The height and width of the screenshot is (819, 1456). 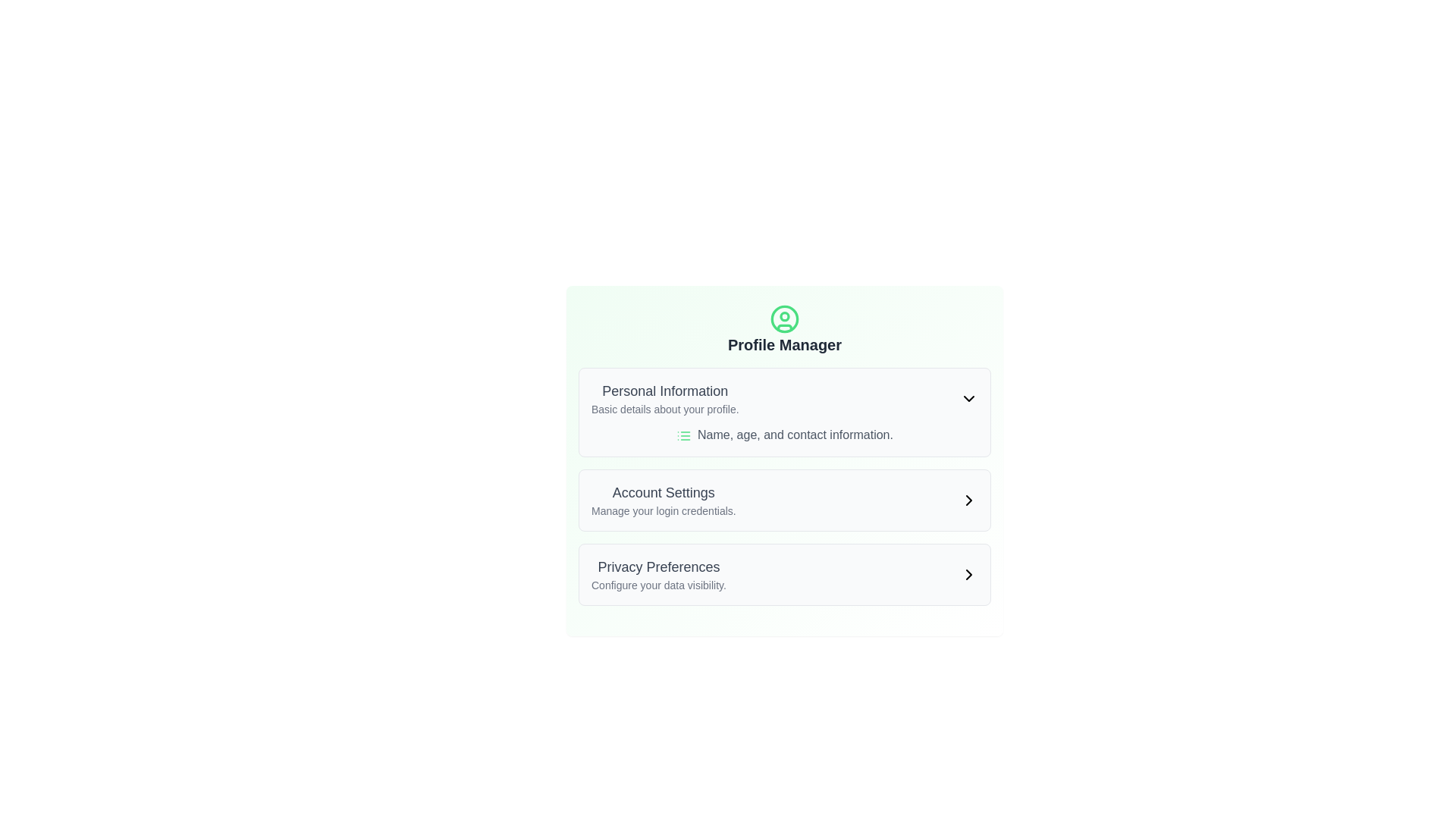 I want to click on the text label that says 'Manage your login credentials.' which is styled in a small gray font and located below the 'Account Settings' heading in the Profile Manager interface, so click(x=664, y=511).